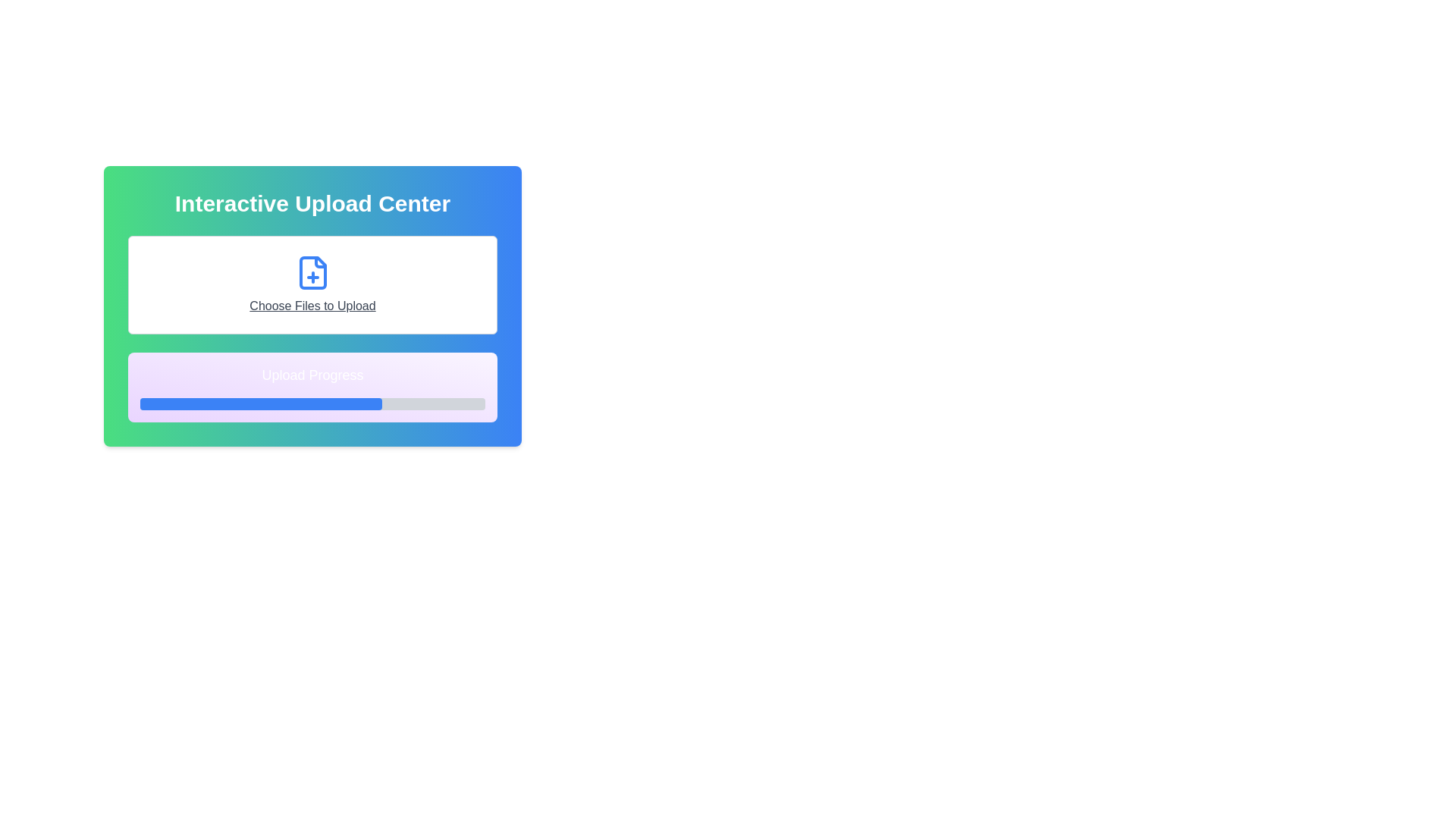 This screenshot has height=819, width=1456. Describe the element at coordinates (312, 271) in the screenshot. I see `the SVG Icon, which serves` at that location.